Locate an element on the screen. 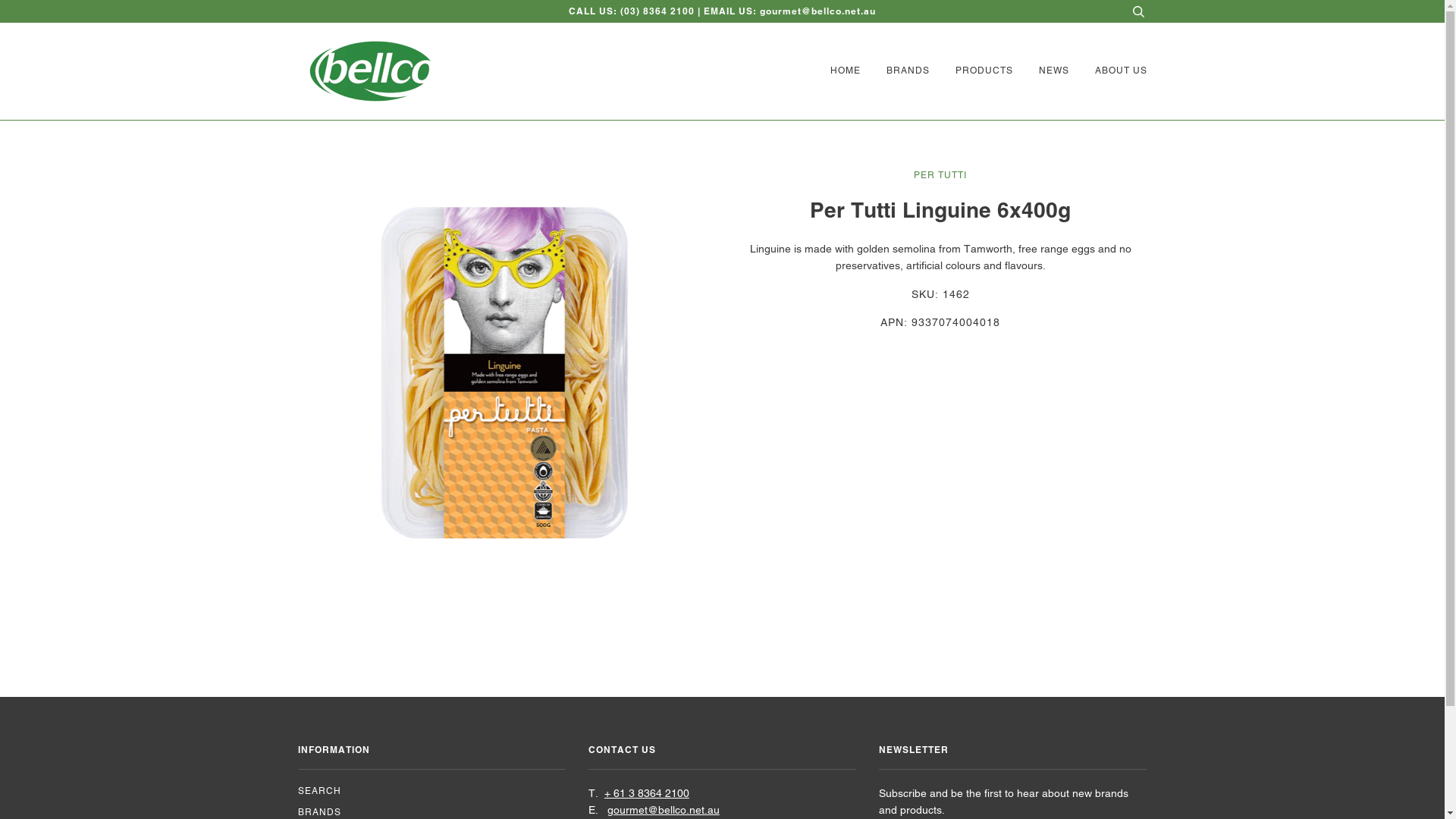 This screenshot has width=1456, height=819. 'NEWS' is located at coordinates (1041, 71).